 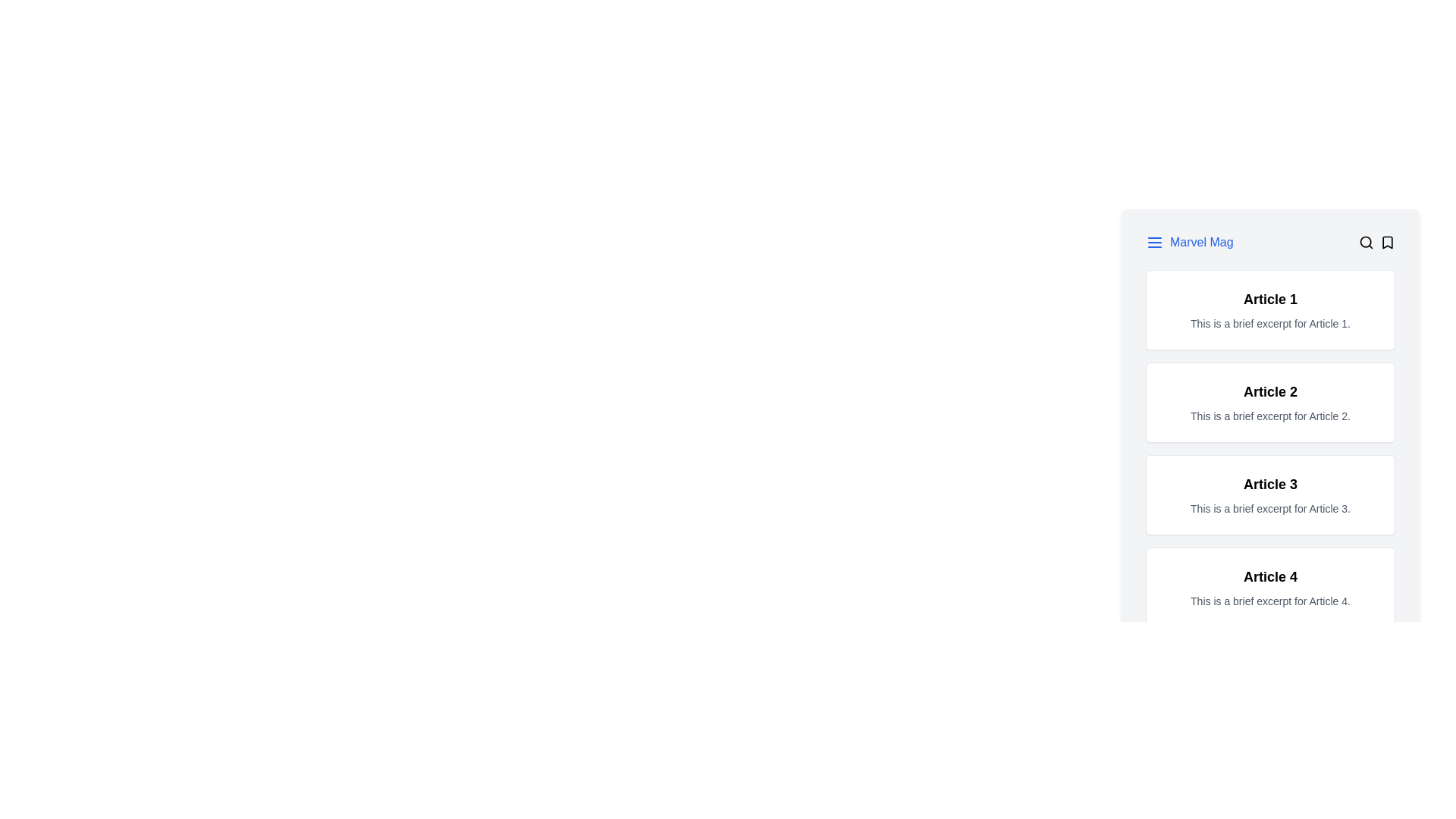 I want to click on the Bookmark icon located at the top-right corner of the interface, so click(x=1387, y=242).